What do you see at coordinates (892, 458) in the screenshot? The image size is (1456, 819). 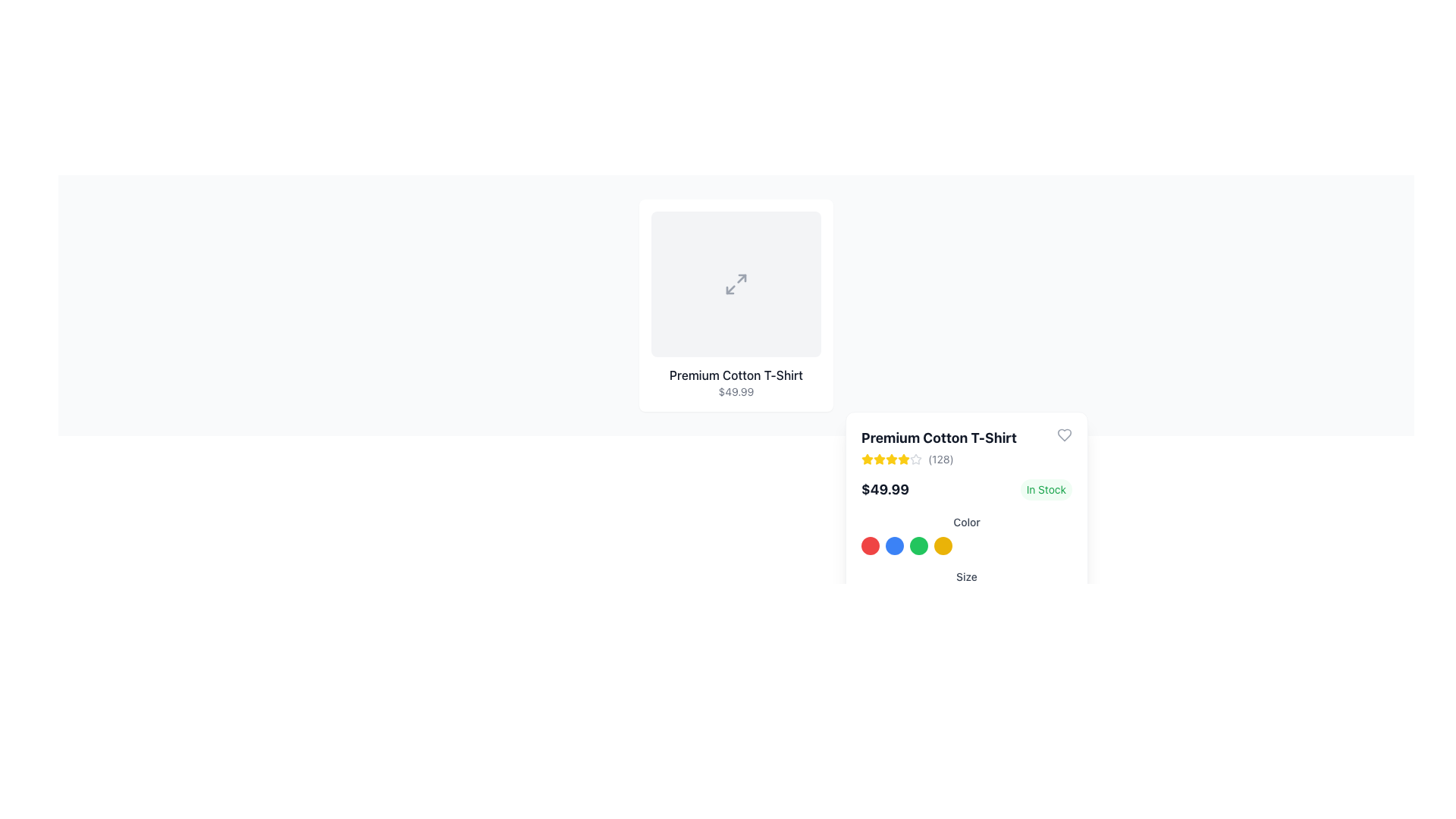 I see `the fifth star icon in the rating system above the product price for 'Premium Cotton T-Shirt' to alter the rating` at bounding box center [892, 458].